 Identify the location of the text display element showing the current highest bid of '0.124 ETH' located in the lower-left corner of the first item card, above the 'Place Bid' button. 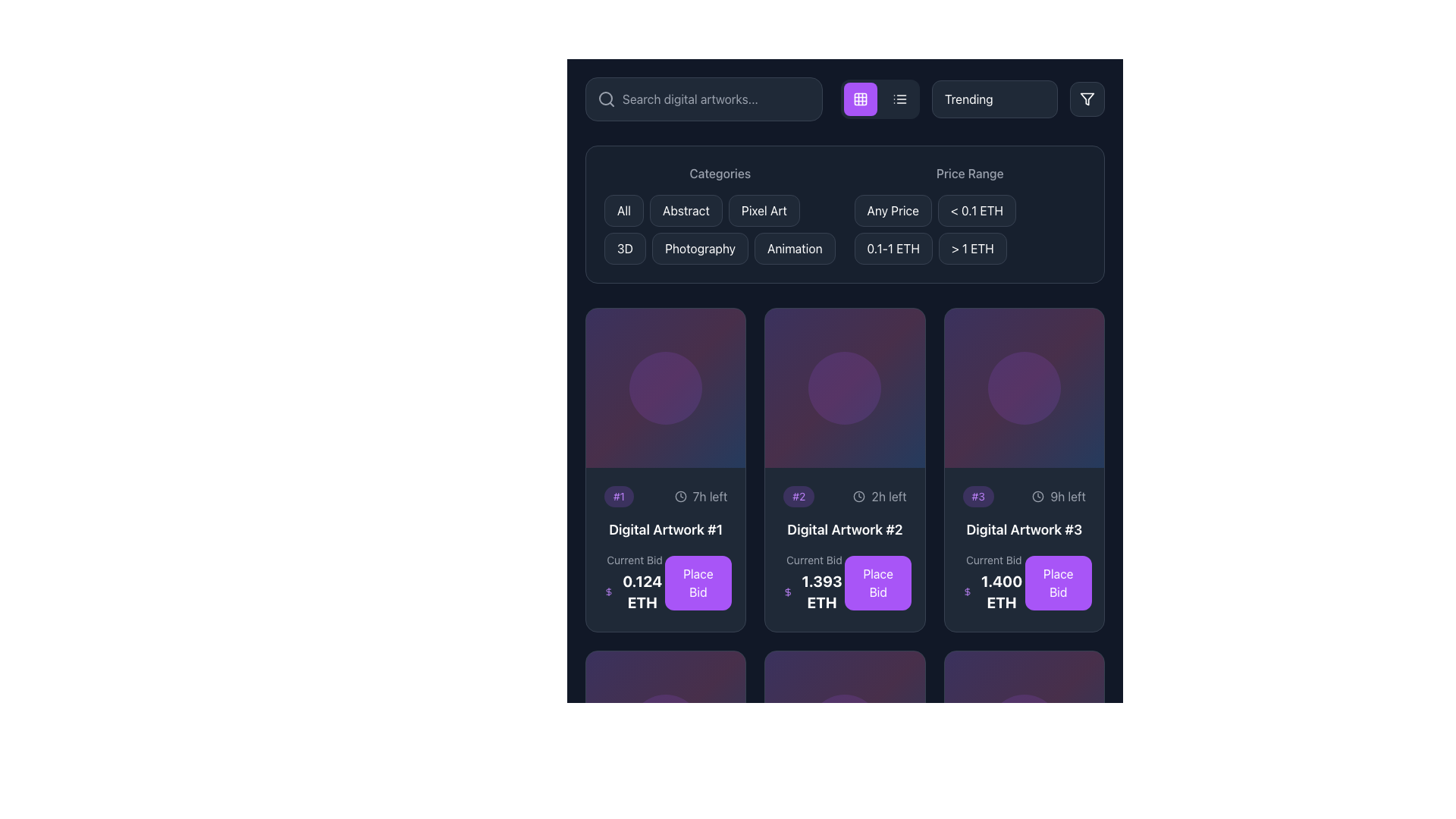
(635, 582).